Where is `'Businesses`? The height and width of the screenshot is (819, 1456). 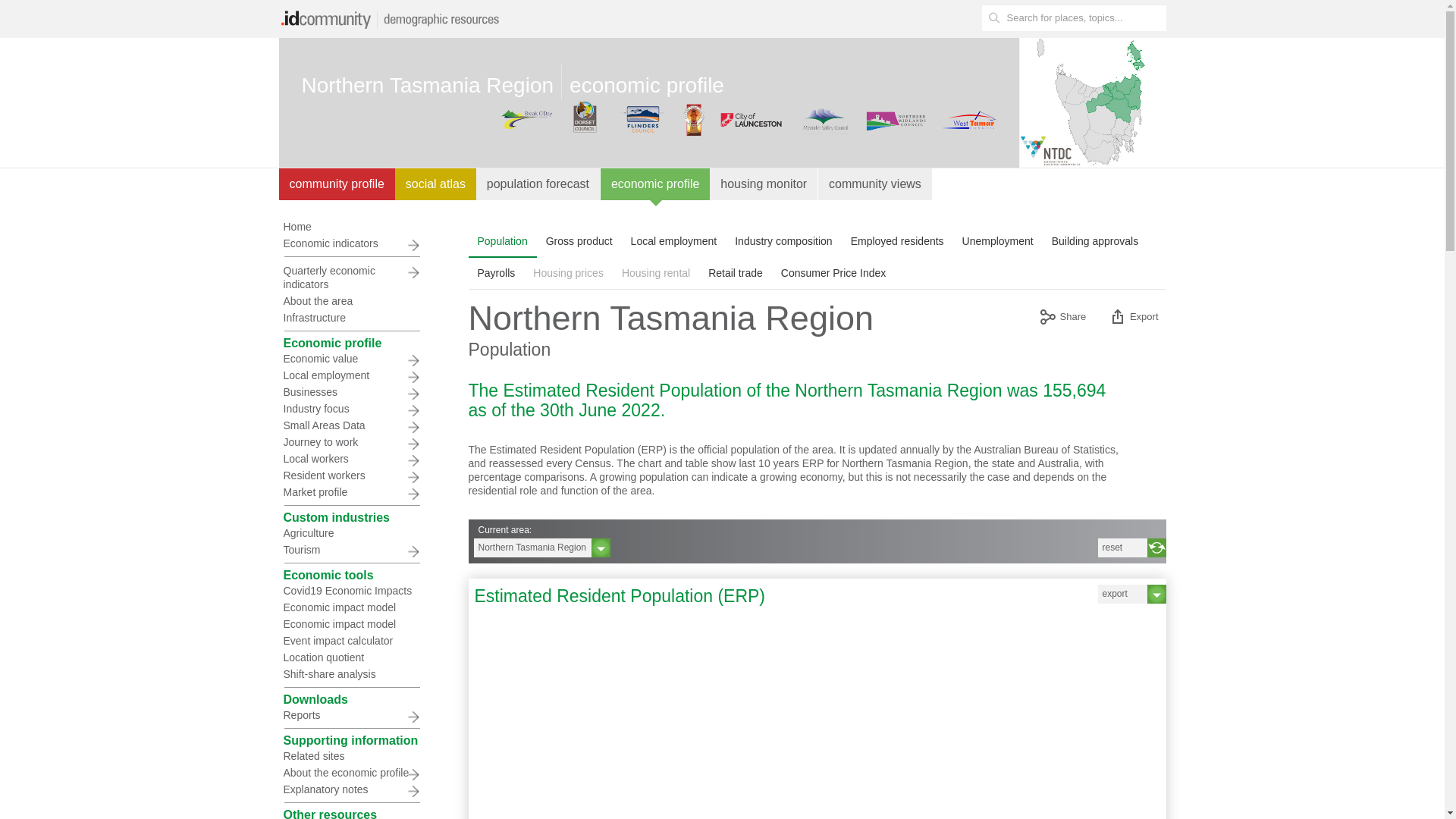
'Businesses is located at coordinates (350, 391).